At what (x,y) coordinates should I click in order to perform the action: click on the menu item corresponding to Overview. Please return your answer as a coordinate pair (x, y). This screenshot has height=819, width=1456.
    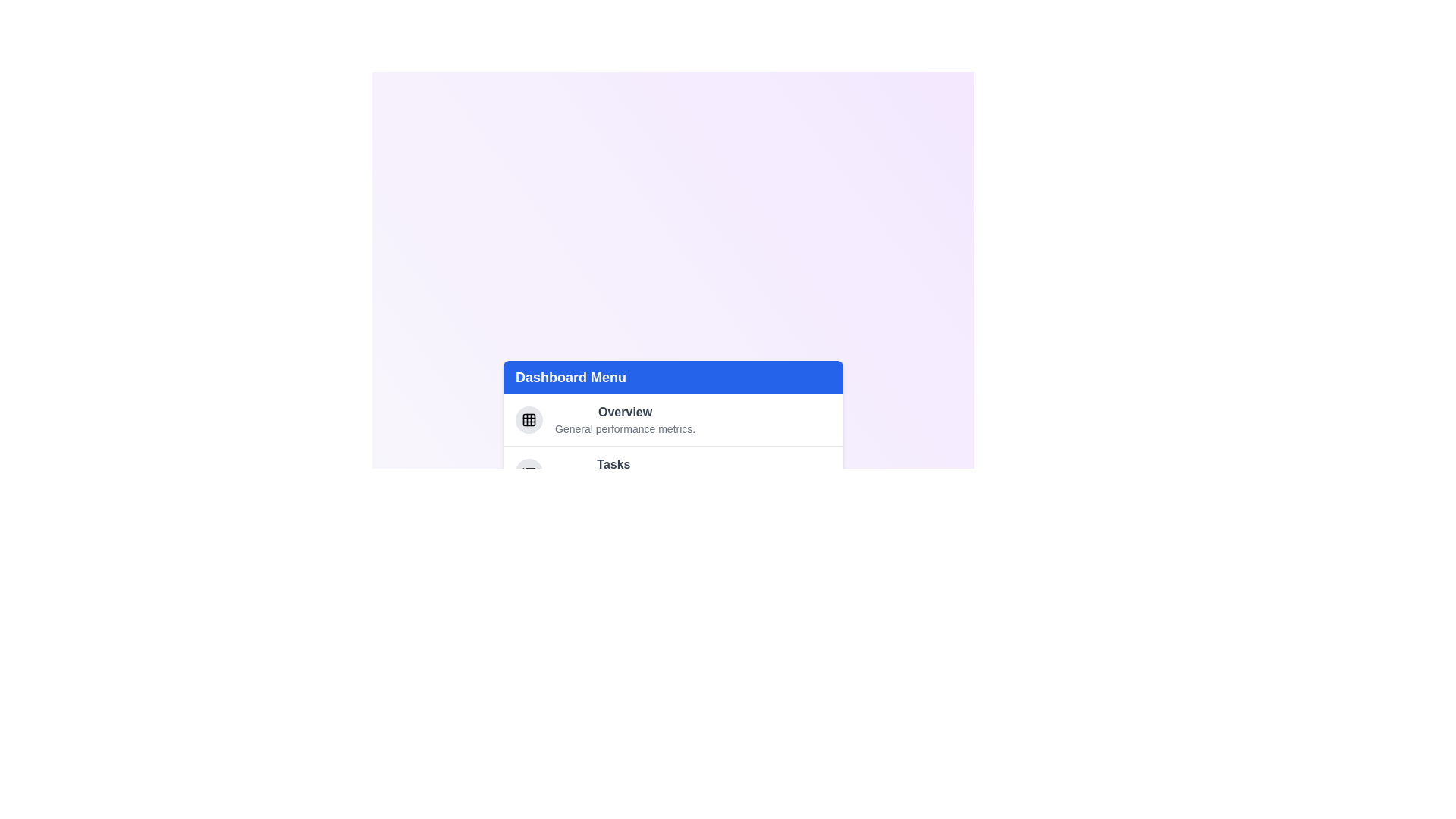
    Looking at the image, I should click on (673, 419).